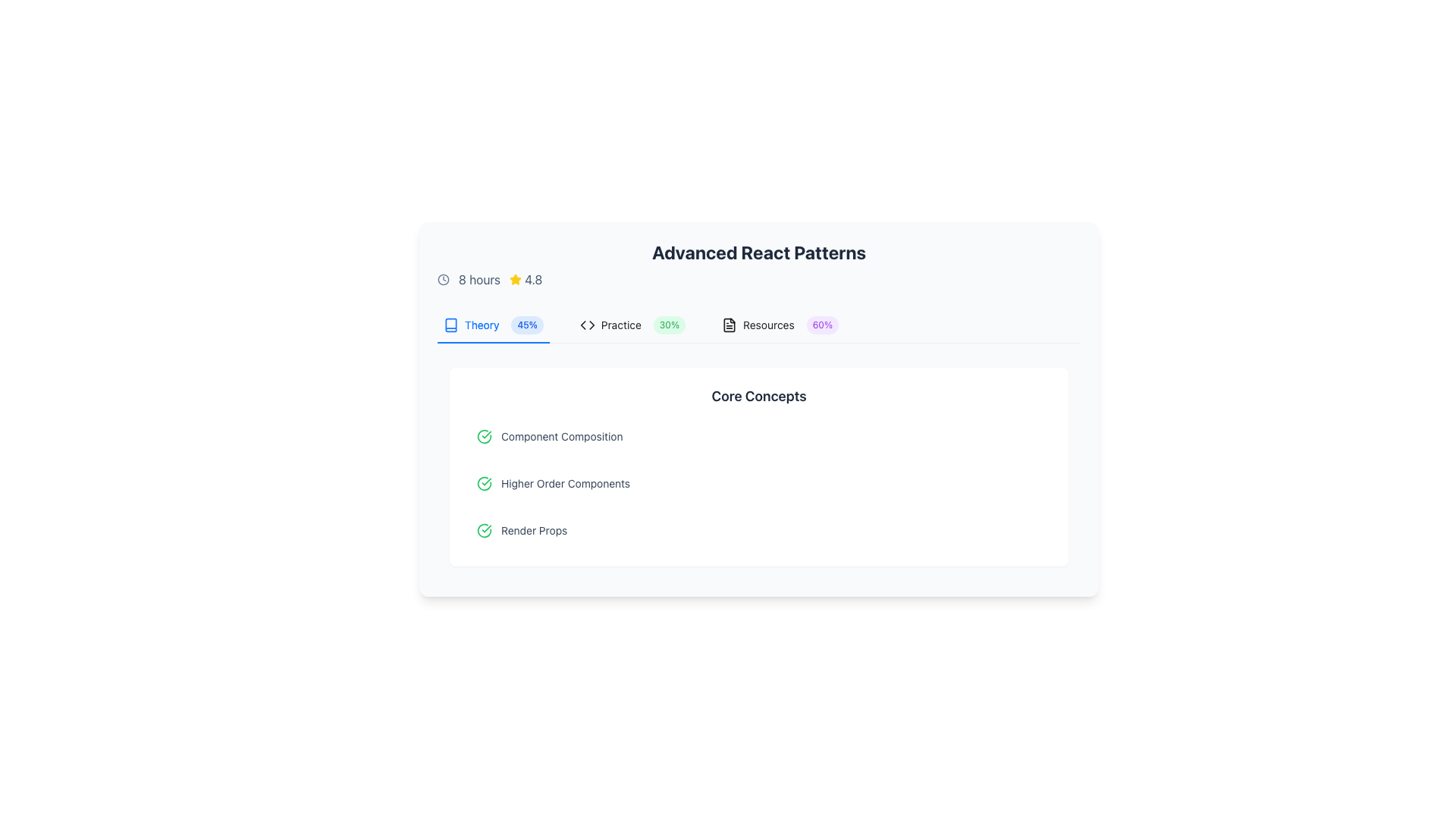 The height and width of the screenshot is (819, 1456). What do you see at coordinates (493, 324) in the screenshot?
I see `the 'Theory' tab in the horizontal navigation bar` at bounding box center [493, 324].